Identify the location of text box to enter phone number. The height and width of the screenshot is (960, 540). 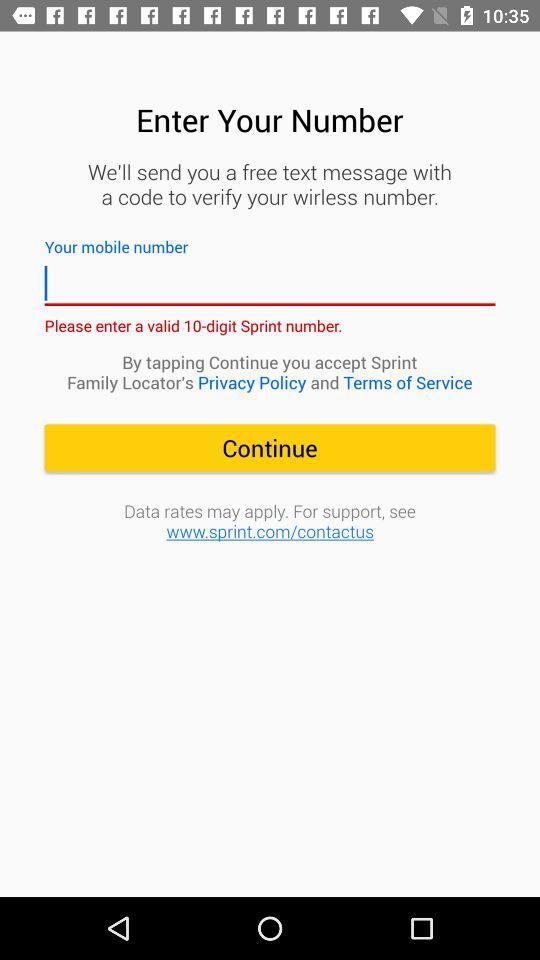
(270, 282).